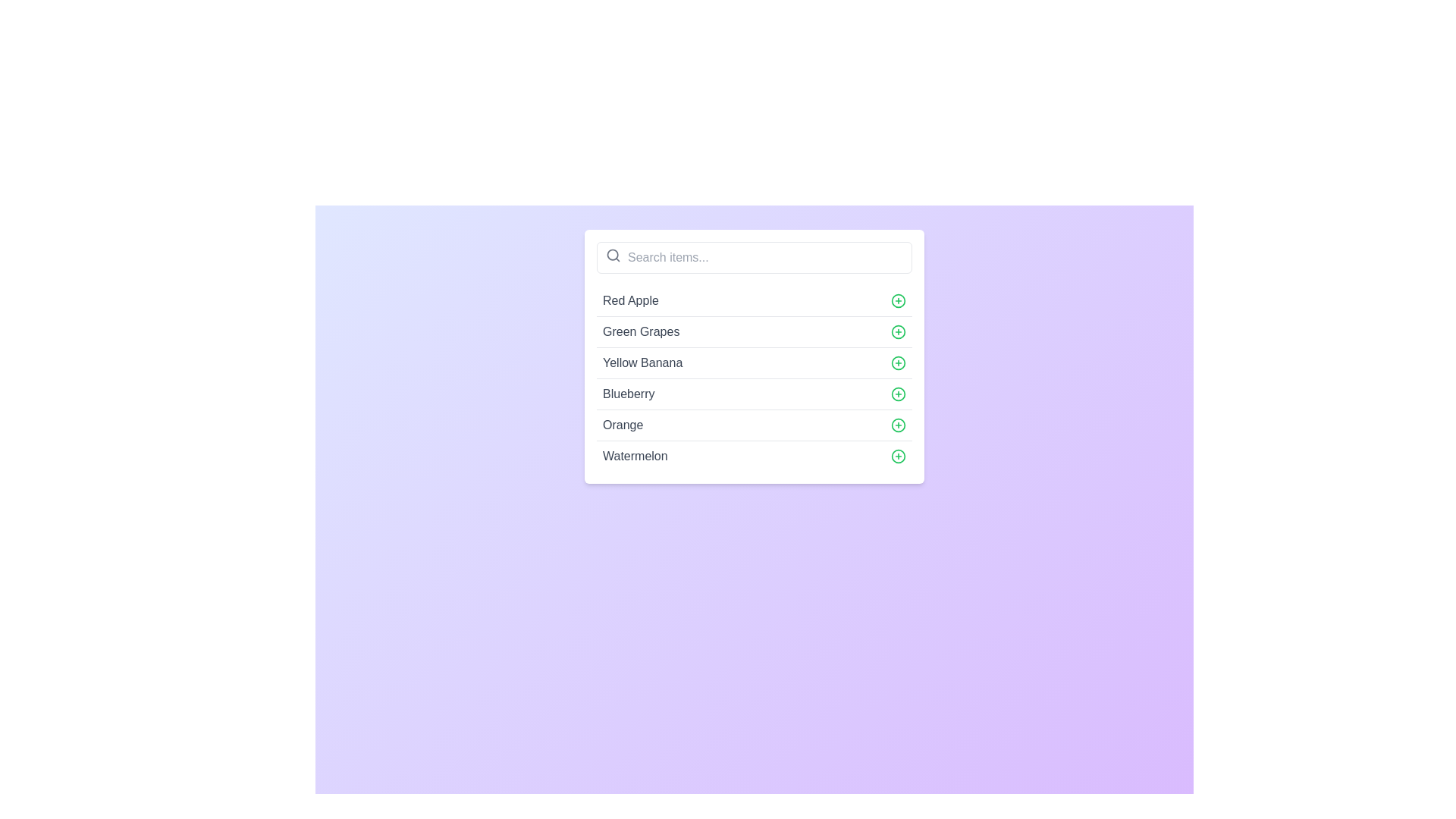 This screenshot has height=819, width=1456. Describe the element at coordinates (613, 254) in the screenshot. I see `the magnifying glass icon used for search, located at the left-most area within the input field` at that location.